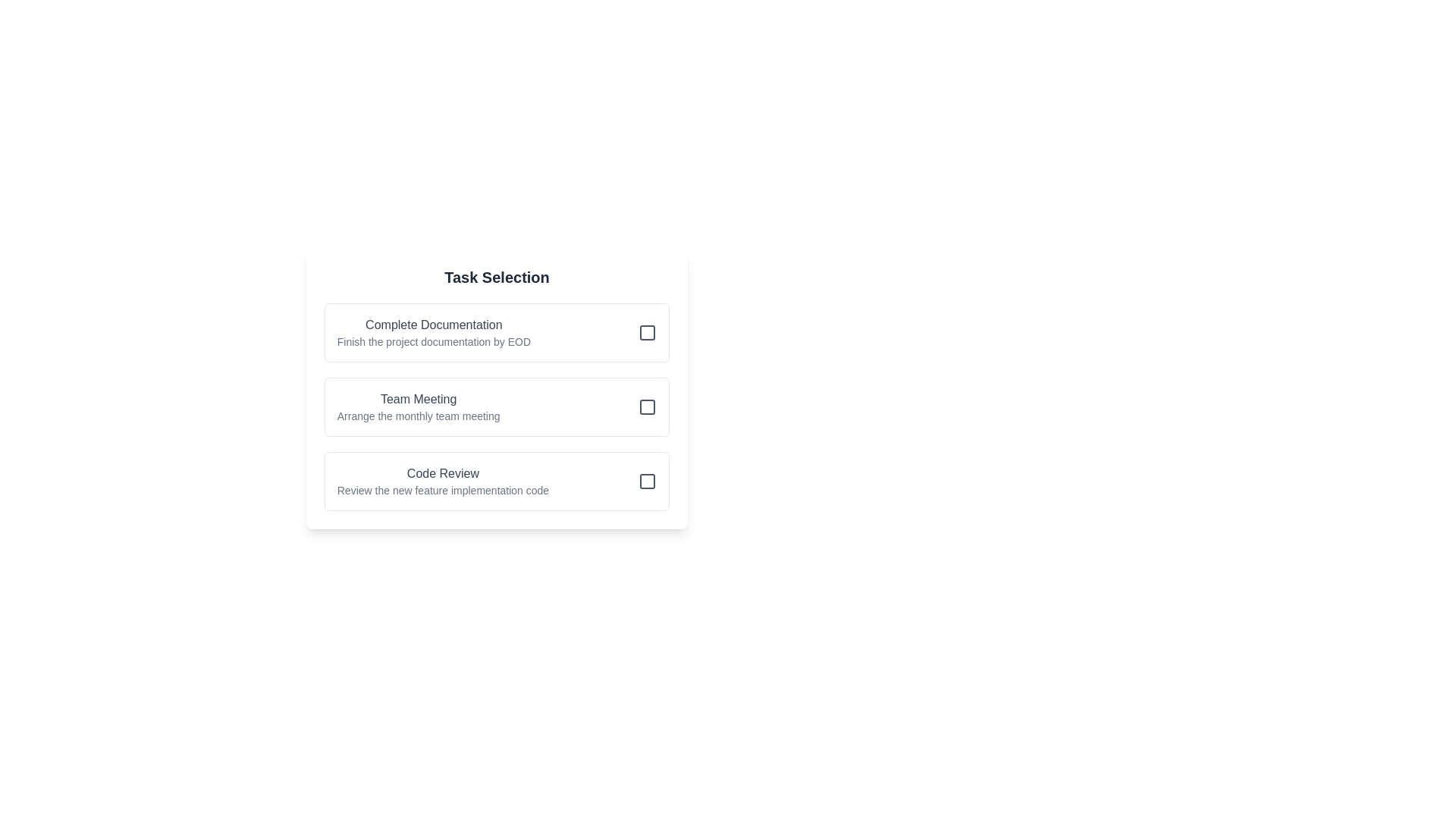  Describe the element at coordinates (648, 332) in the screenshot. I see `the Checkbox-like toggle button located on the far-right side of the row titled 'Complete Documentation', which is a square icon outlined in gray with a hollow center` at that location.